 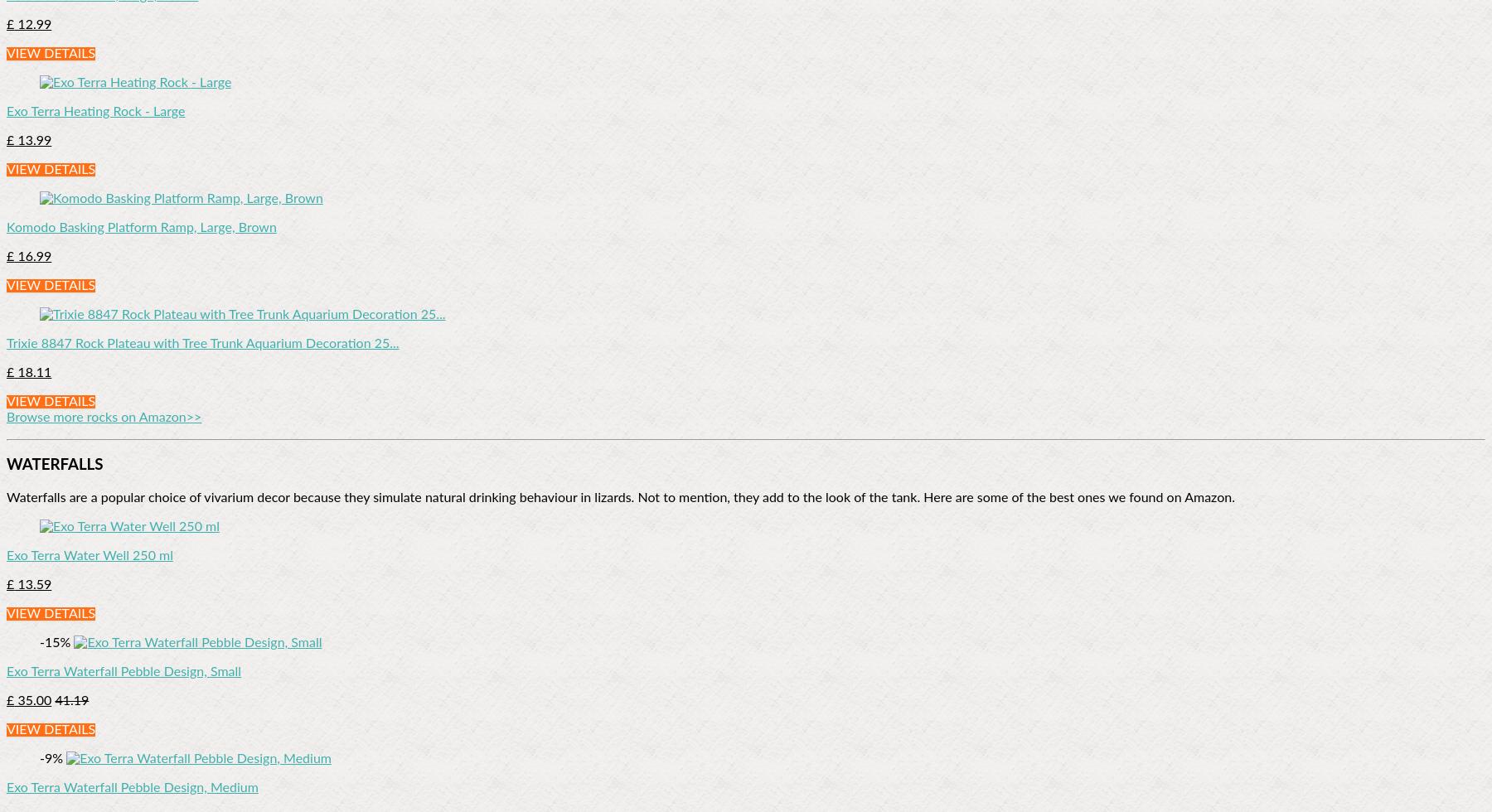 What do you see at coordinates (89, 556) in the screenshot?
I see `'Exo Terra Water Well 250 ml'` at bounding box center [89, 556].